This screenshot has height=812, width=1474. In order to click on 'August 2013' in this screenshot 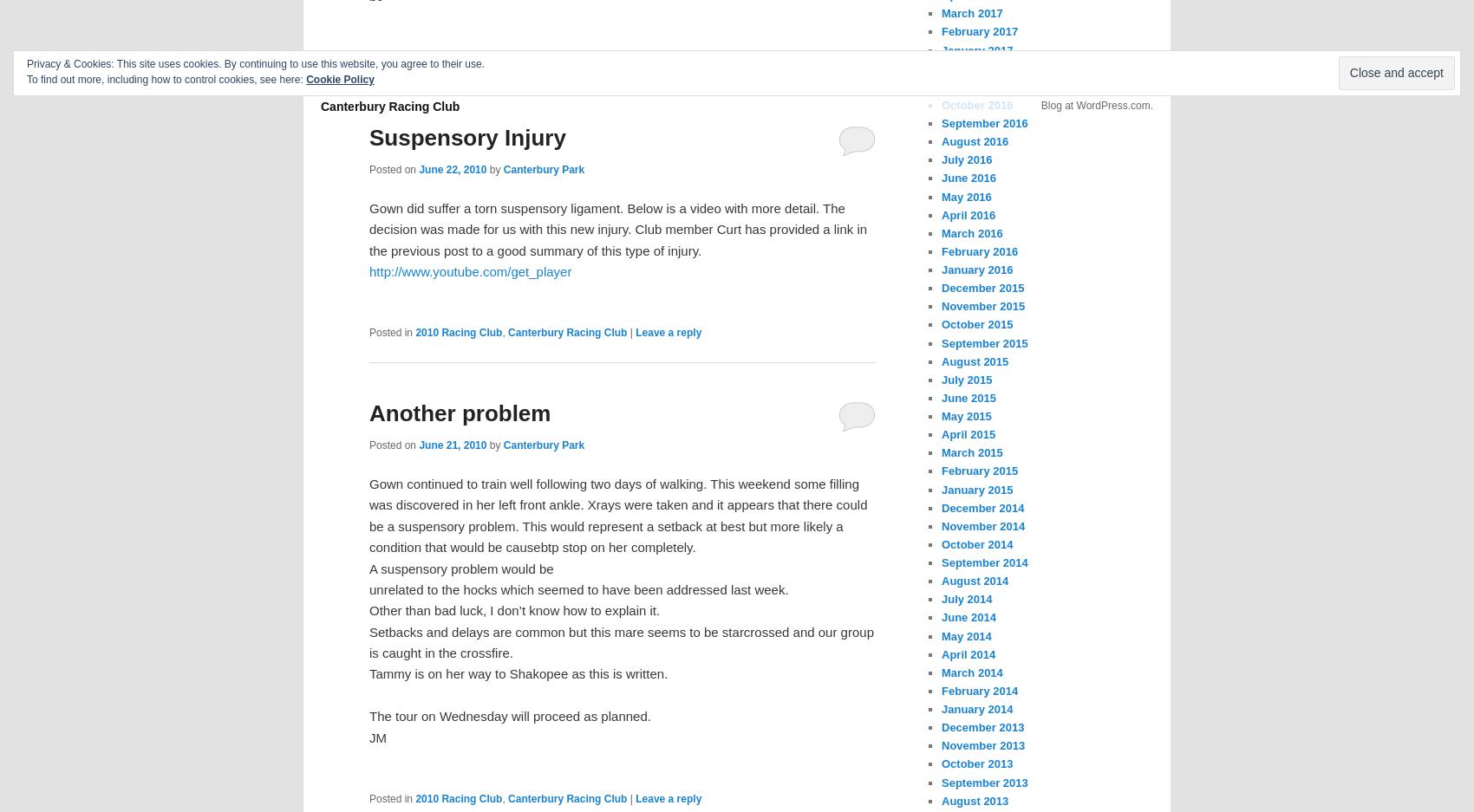, I will do `click(975, 800)`.